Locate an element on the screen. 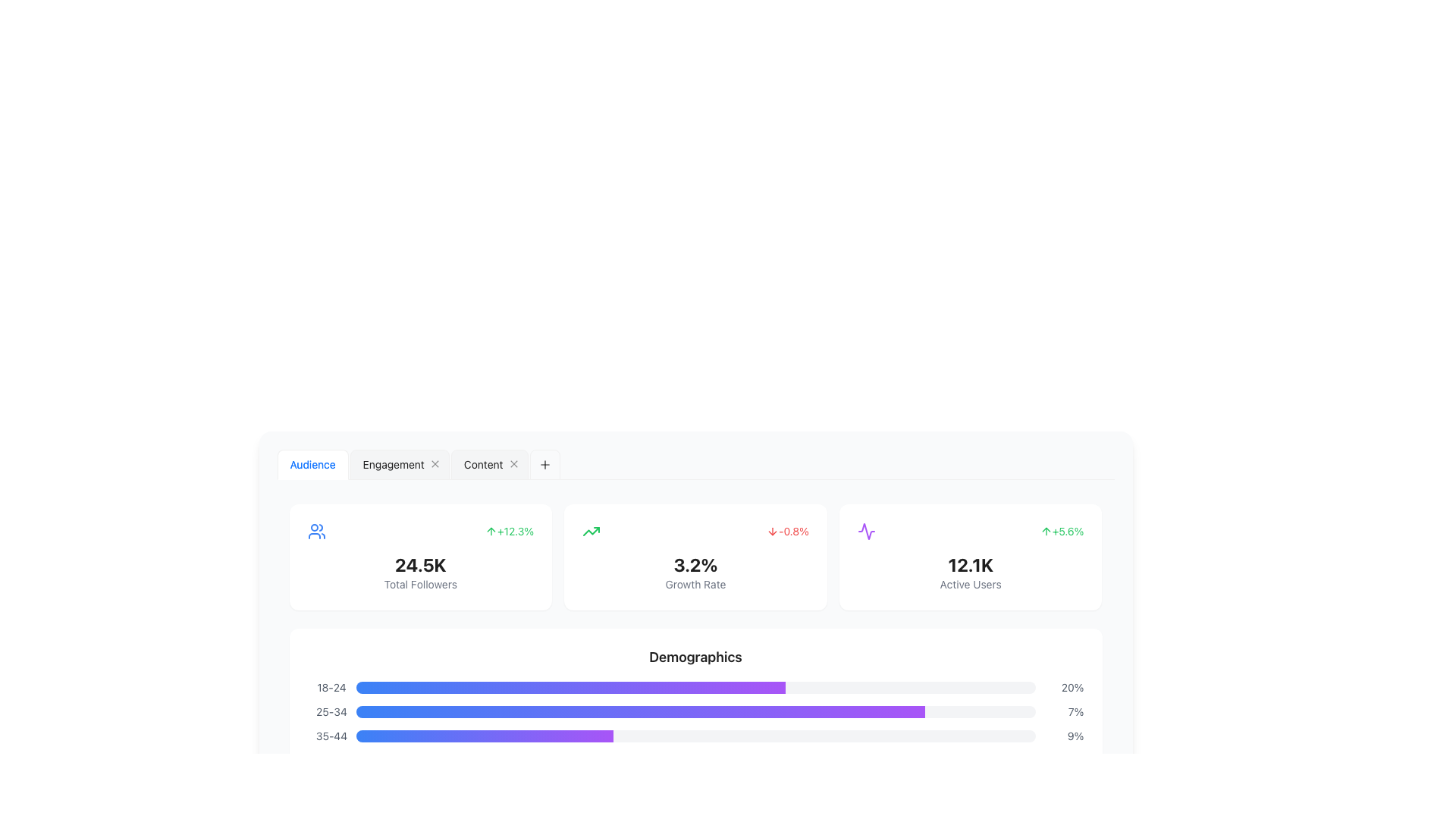 This screenshot has width=1456, height=819. the 'Audience' tab, which is styled as the currently active tab with blue text, underlined and bold formatting, positioned at the top of the page in the tab navigation bar is located at coordinates (312, 464).